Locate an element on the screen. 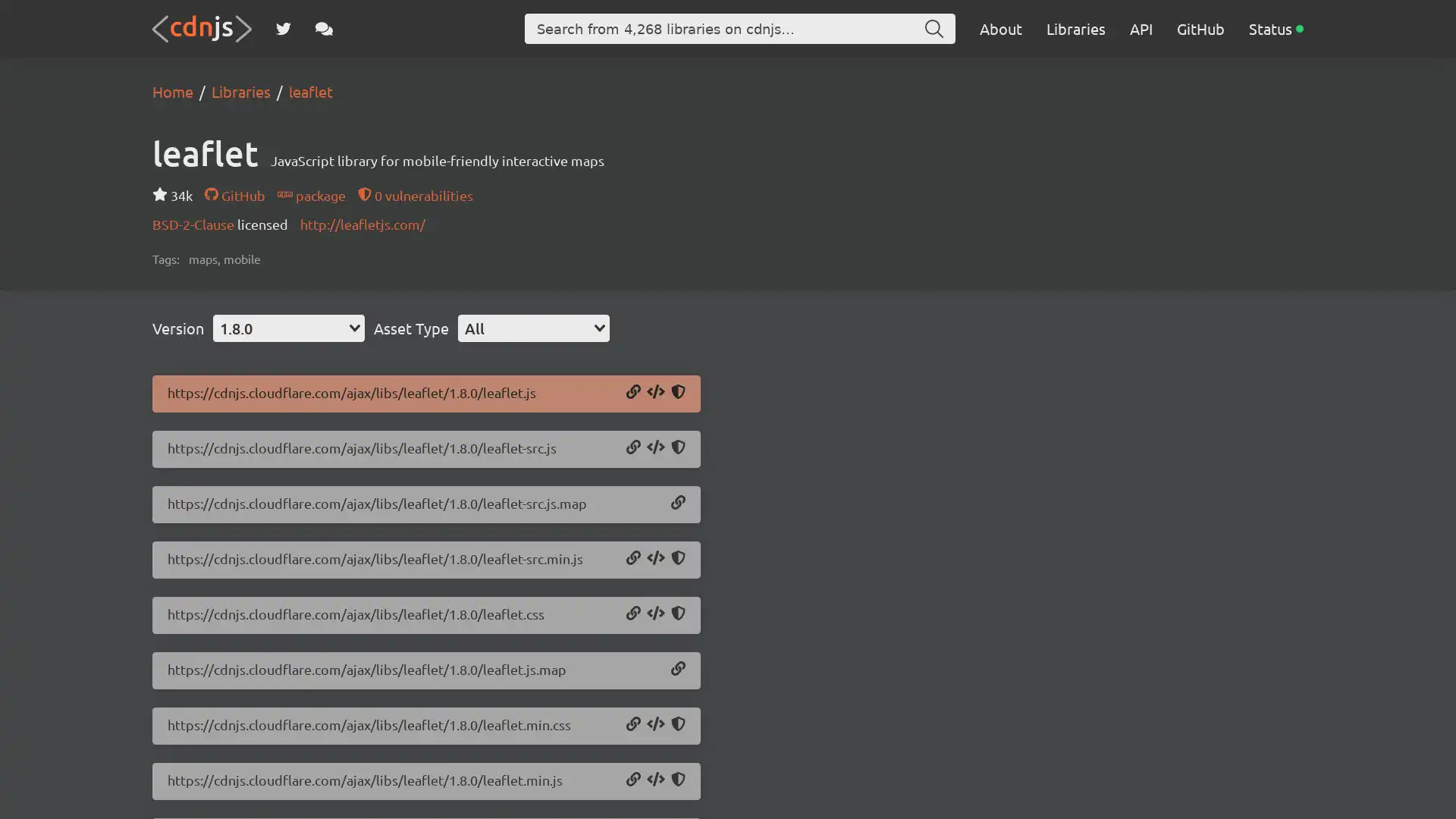  Copy URL is located at coordinates (633, 780).